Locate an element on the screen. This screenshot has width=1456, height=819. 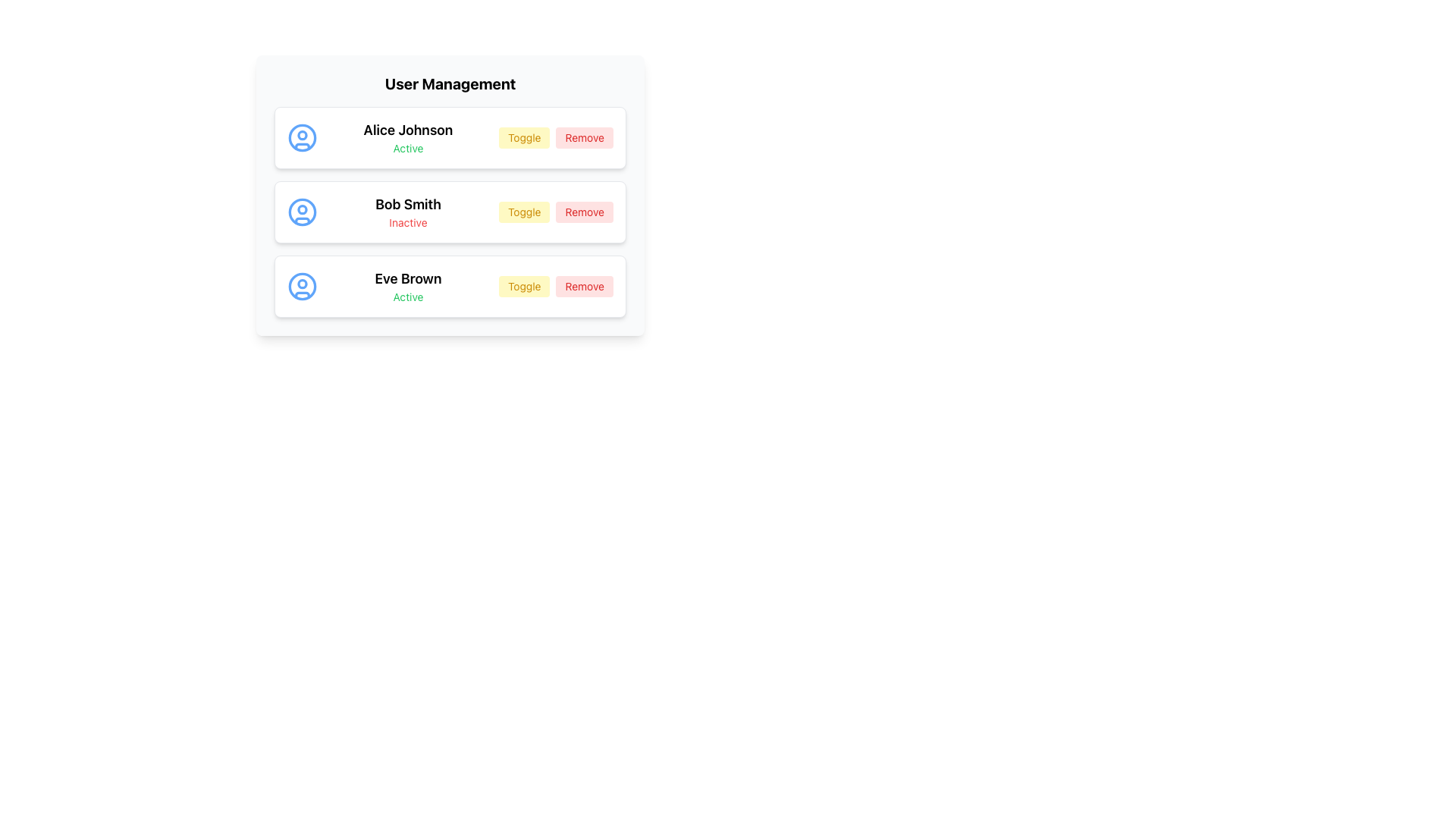
the first List Item Card representing a user profile in the user management interface for visual feedback is located at coordinates (450, 137).